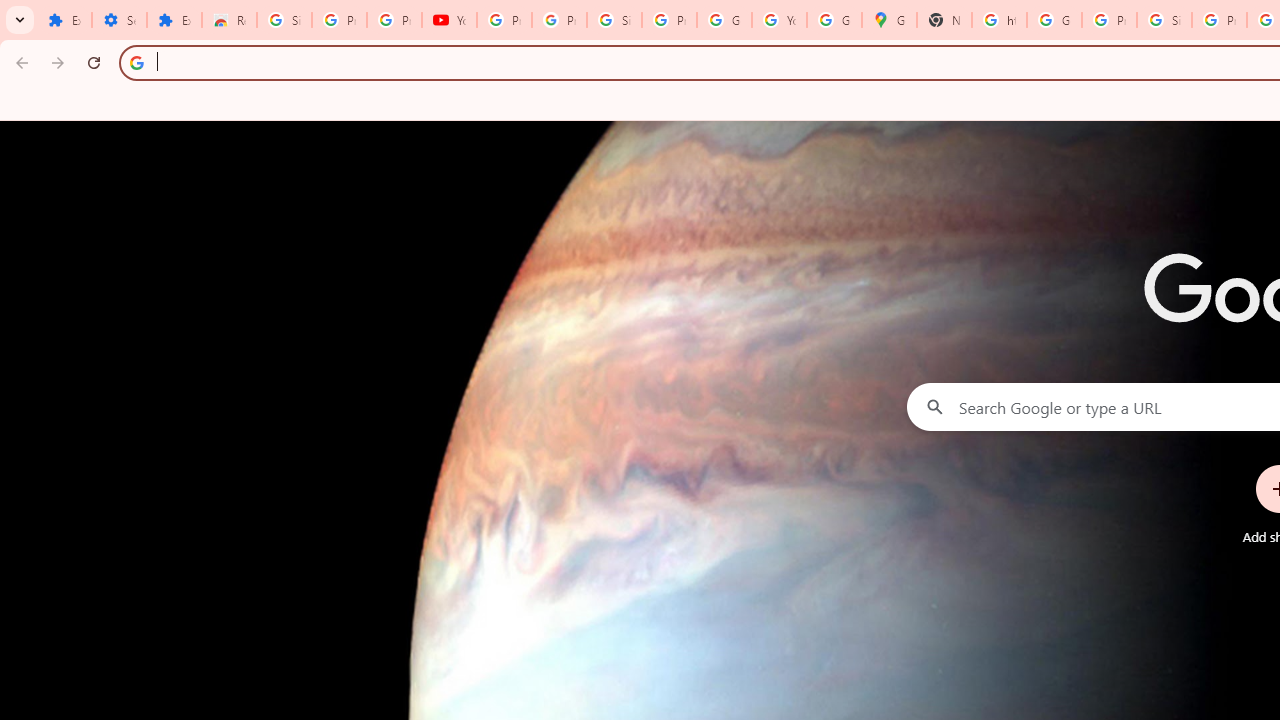  What do you see at coordinates (448, 20) in the screenshot?
I see `'YouTube'` at bounding box center [448, 20].